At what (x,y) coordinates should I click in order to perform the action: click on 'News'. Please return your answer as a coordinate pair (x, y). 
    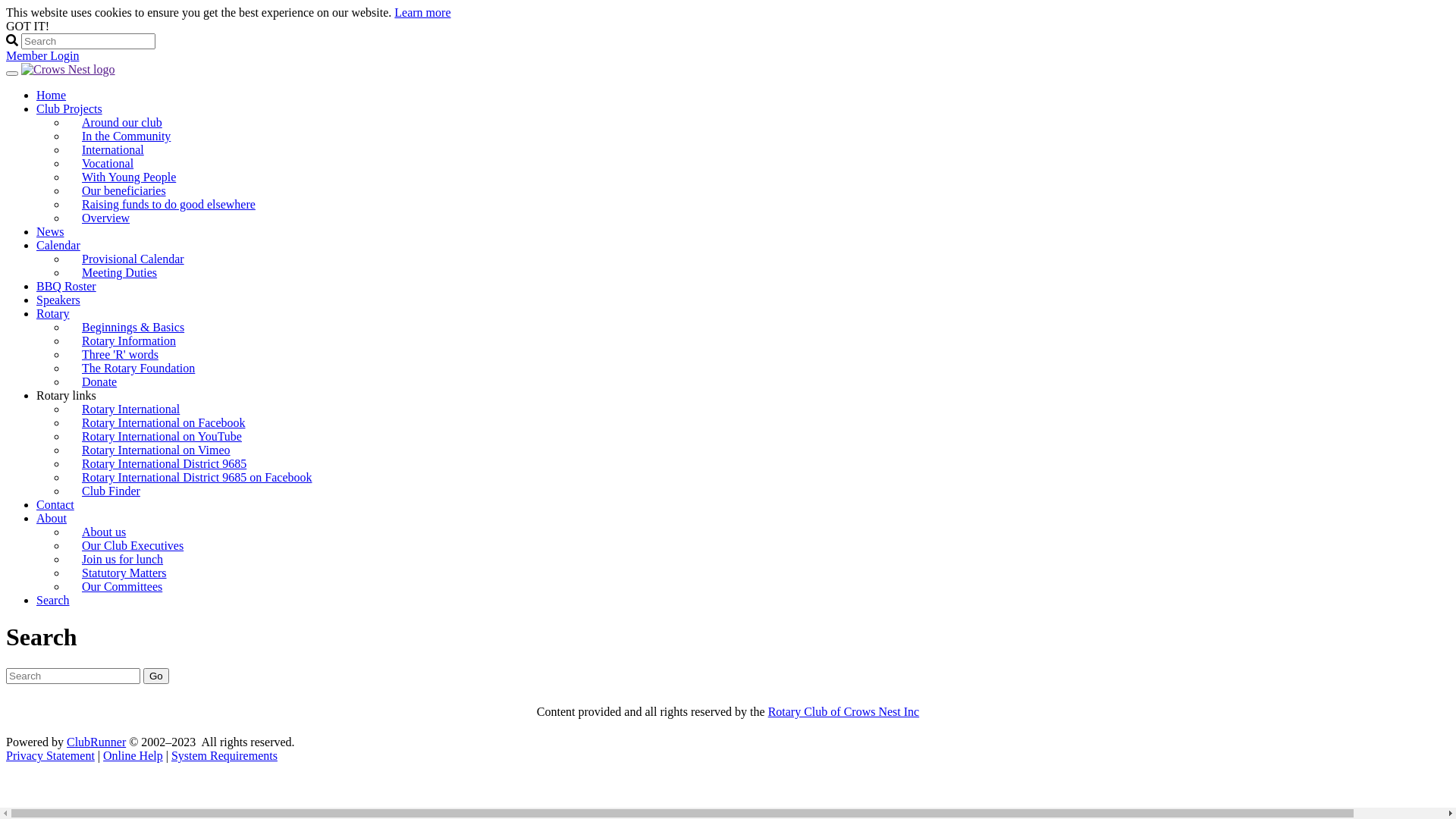
    Looking at the image, I should click on (36, 231).